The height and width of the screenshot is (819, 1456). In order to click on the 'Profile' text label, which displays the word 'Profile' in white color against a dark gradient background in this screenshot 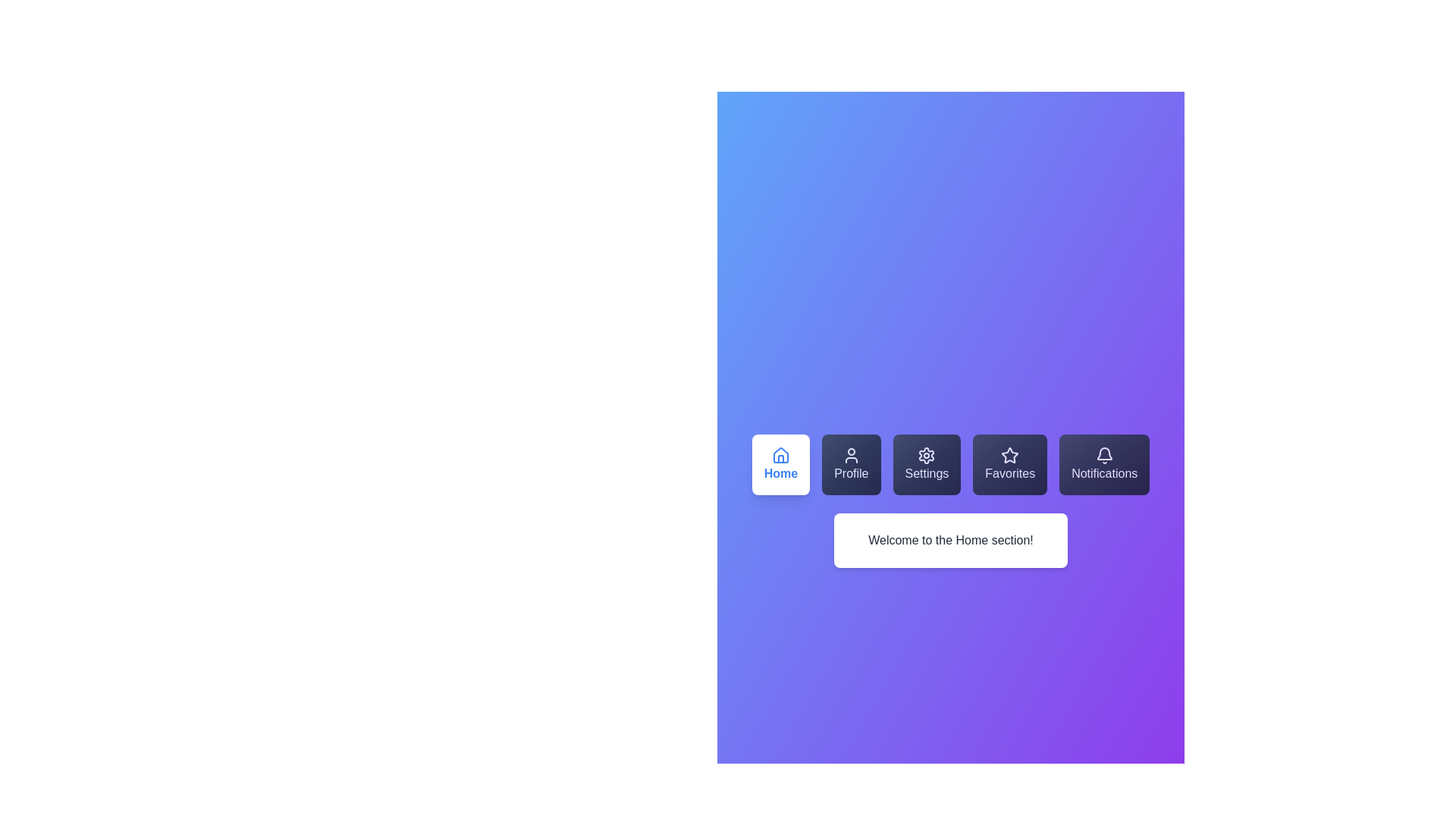, I will do `click(851, 472)`.